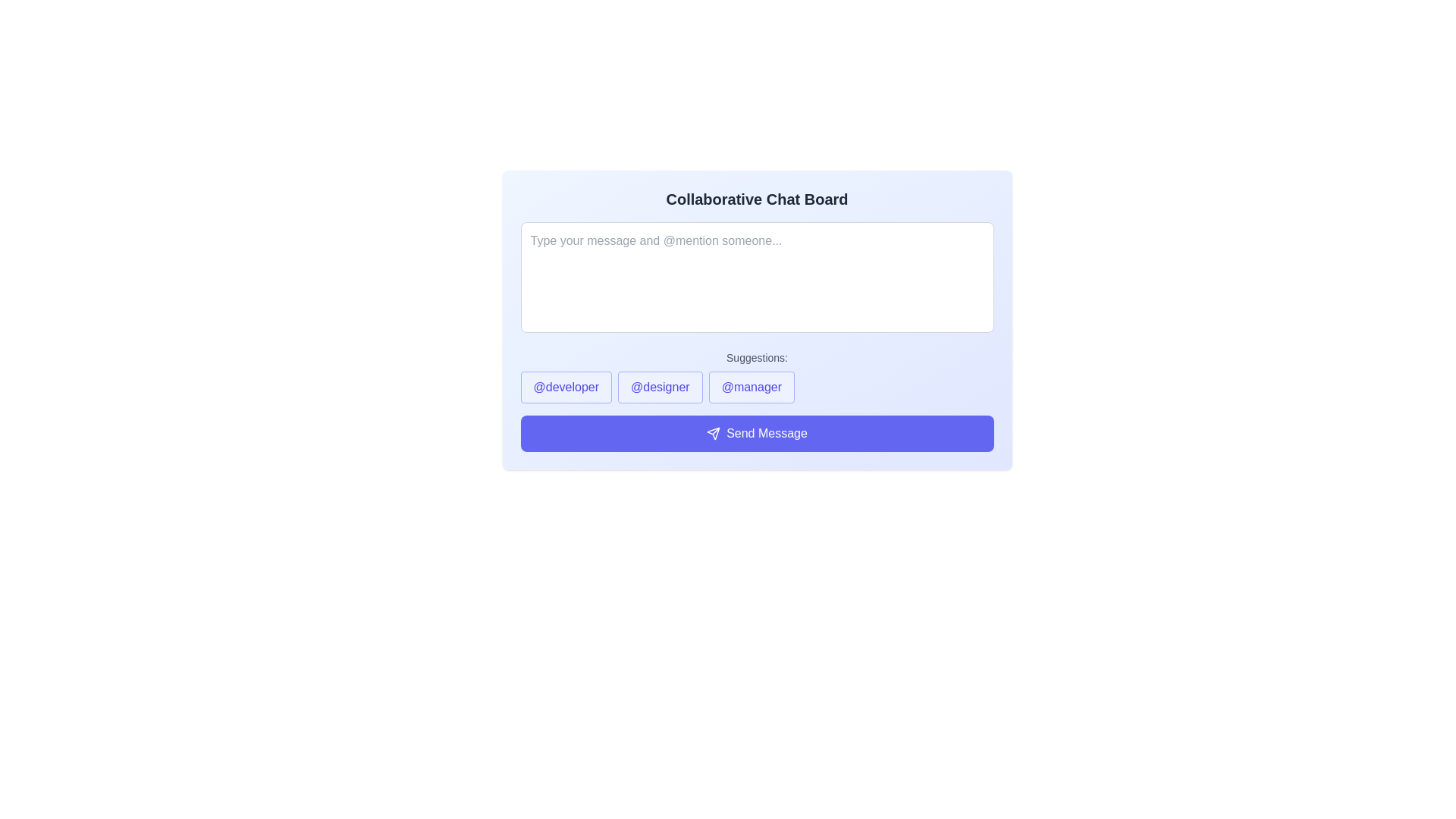  I want to click on the send message button located at the bottom center of the card layout to observe its hover styling effects, so click(757, 433).